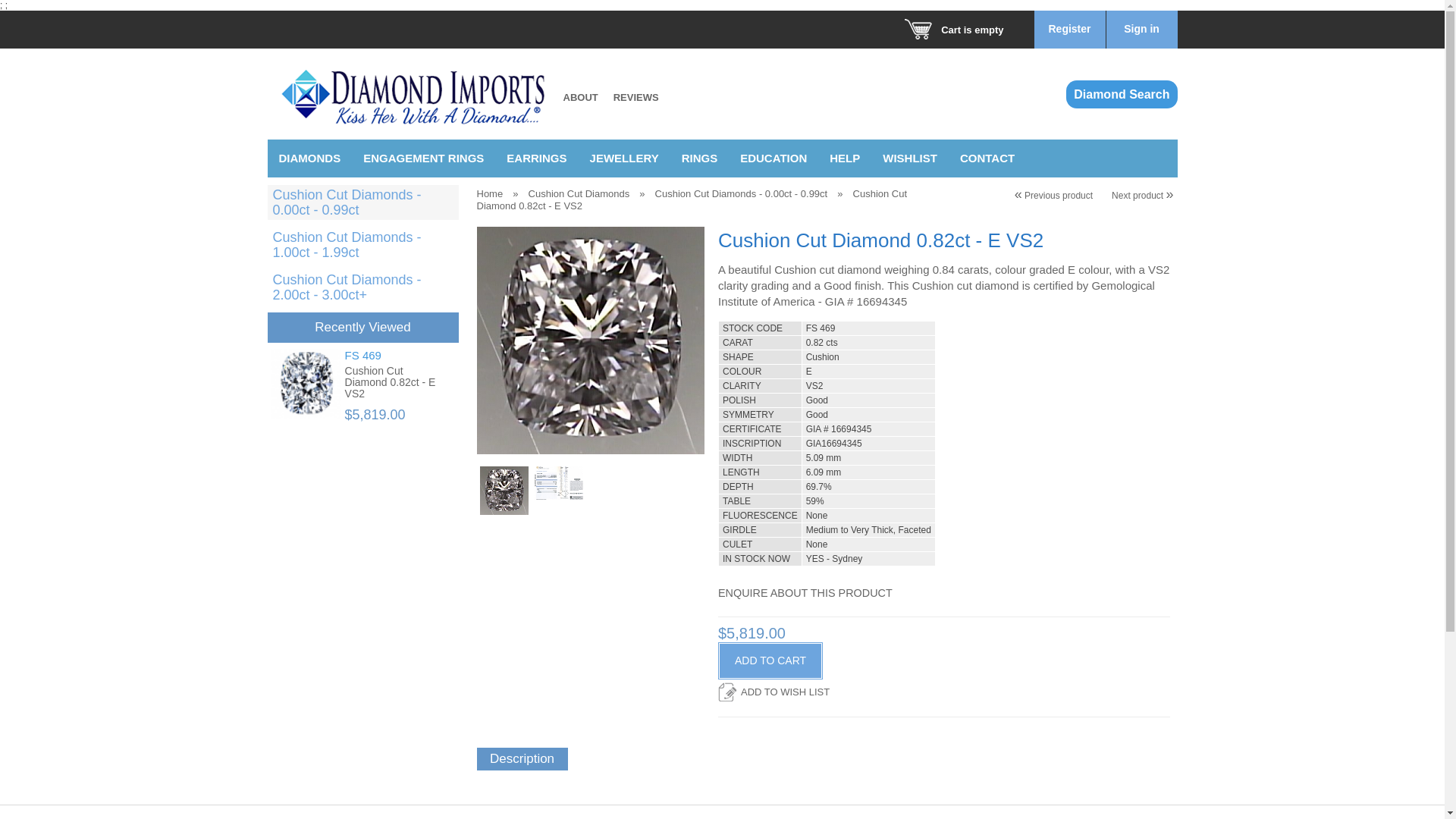  What do you see at coordinates (770, 660) in the screenshot?
I see `'ADD TO CART'` at bounding box center [770, 660].